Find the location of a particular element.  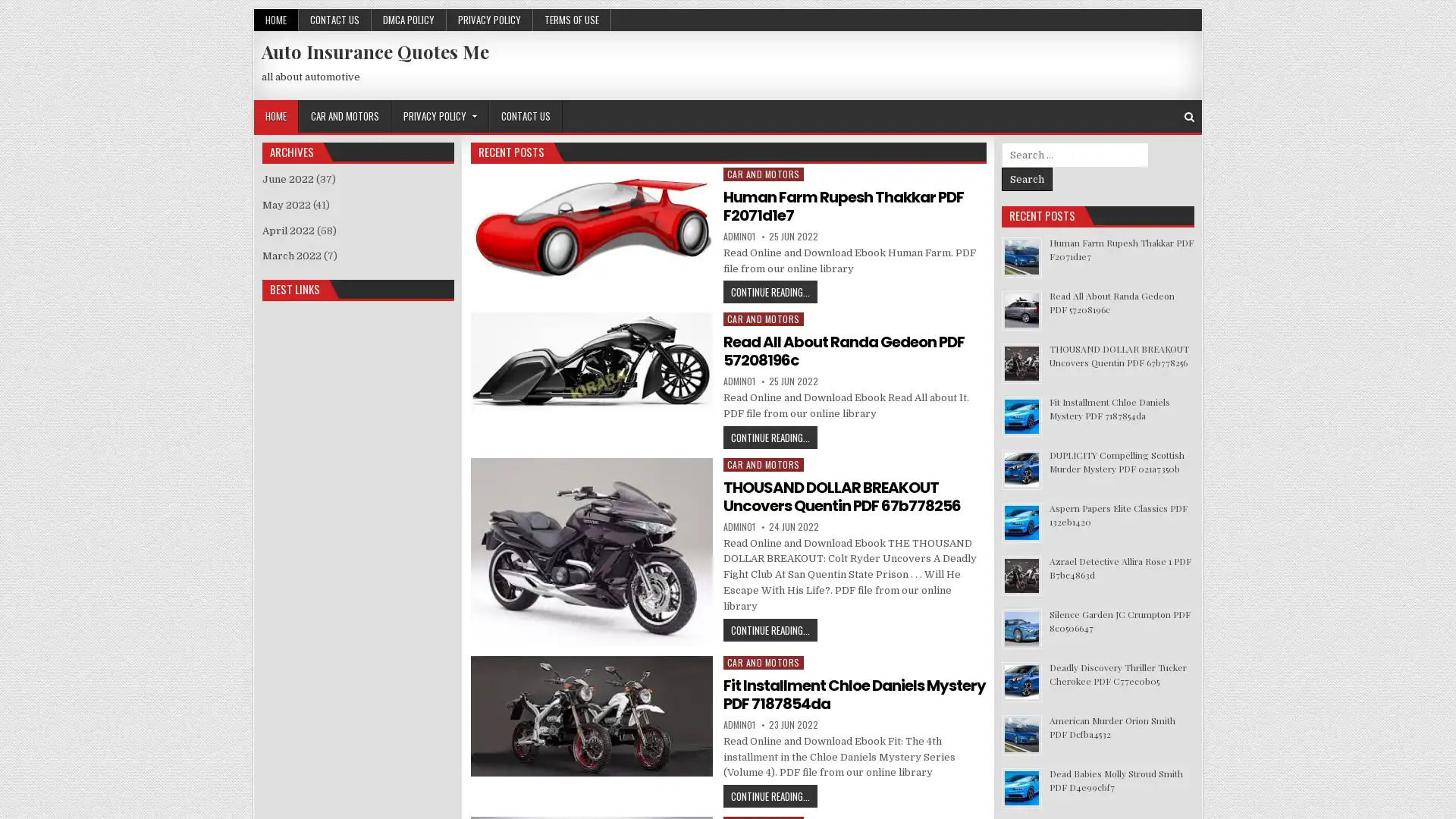

Search is located at coordinates (1027, 178).